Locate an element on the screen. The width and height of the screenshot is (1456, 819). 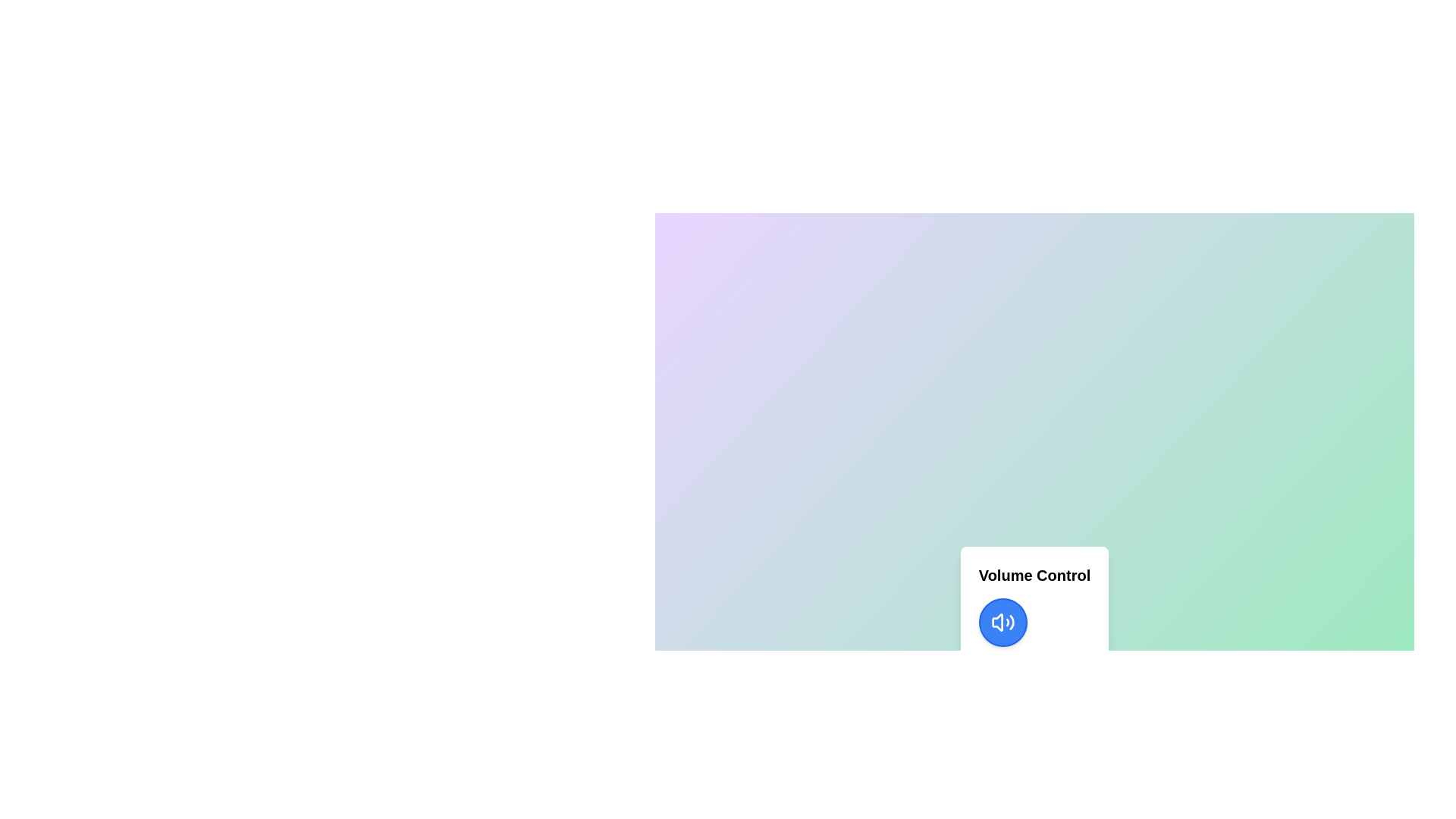
the SoundToggleButton to toggle its state and observe the visual feedback is located at coordinates (1002, 623).